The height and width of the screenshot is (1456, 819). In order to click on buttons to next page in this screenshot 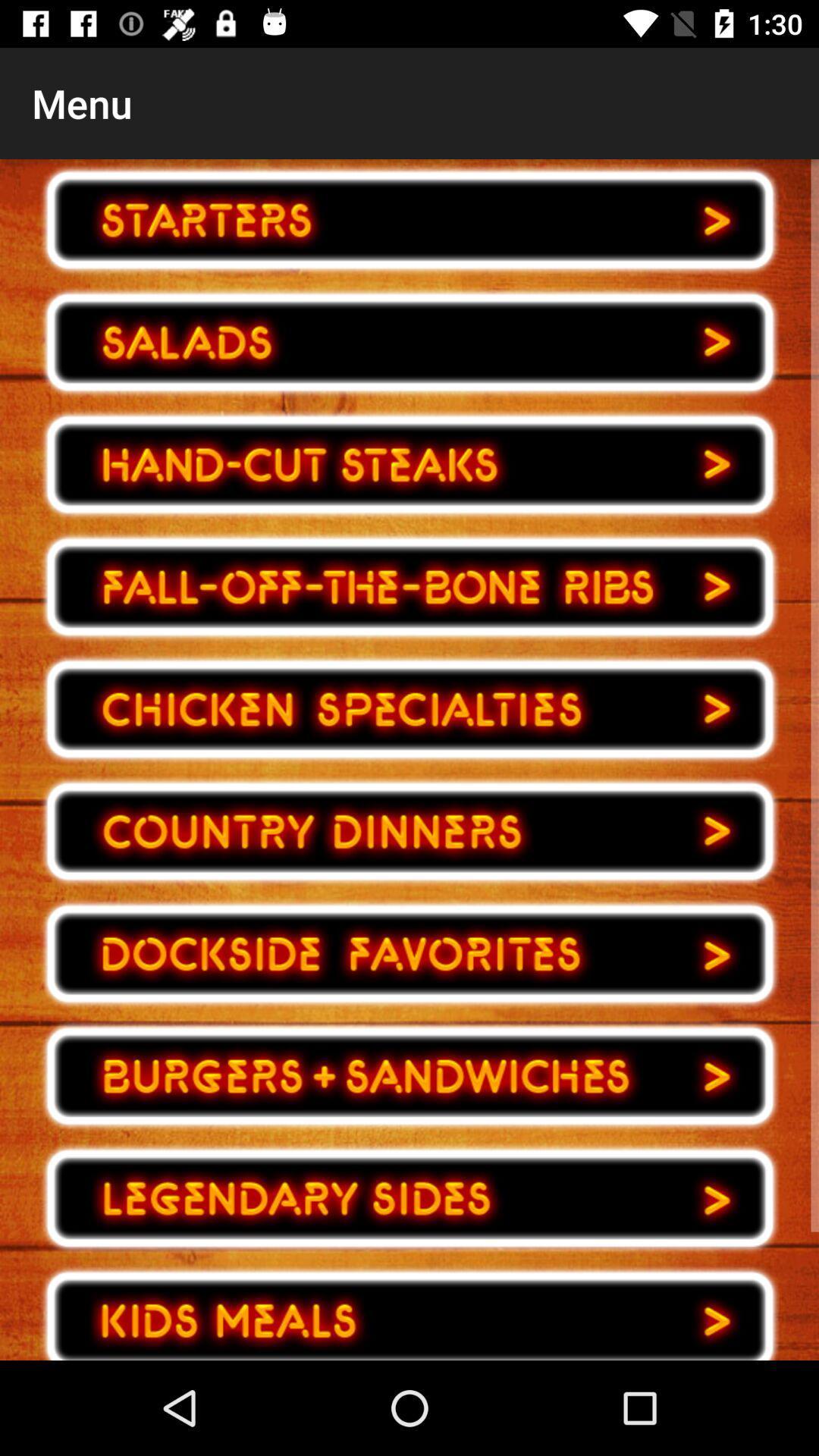, I will do `click(409, 586)`.